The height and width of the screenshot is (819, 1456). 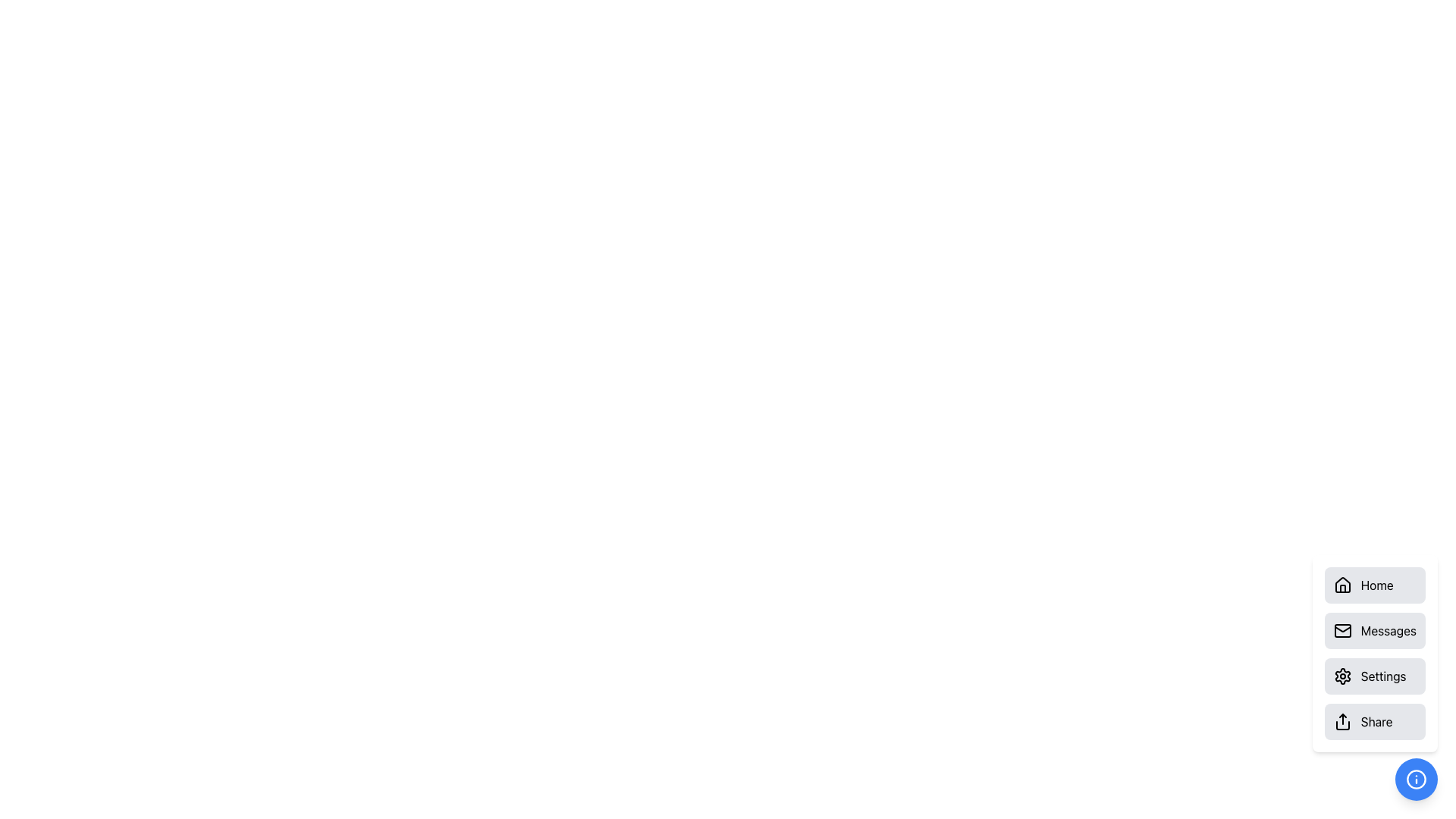 What do you see at coordinates (1342, 584) in the screenshot?
I see `the roof outline of the house icon that is part of the 'Home' button located in the side menu` at bounding box center [1342, 584].